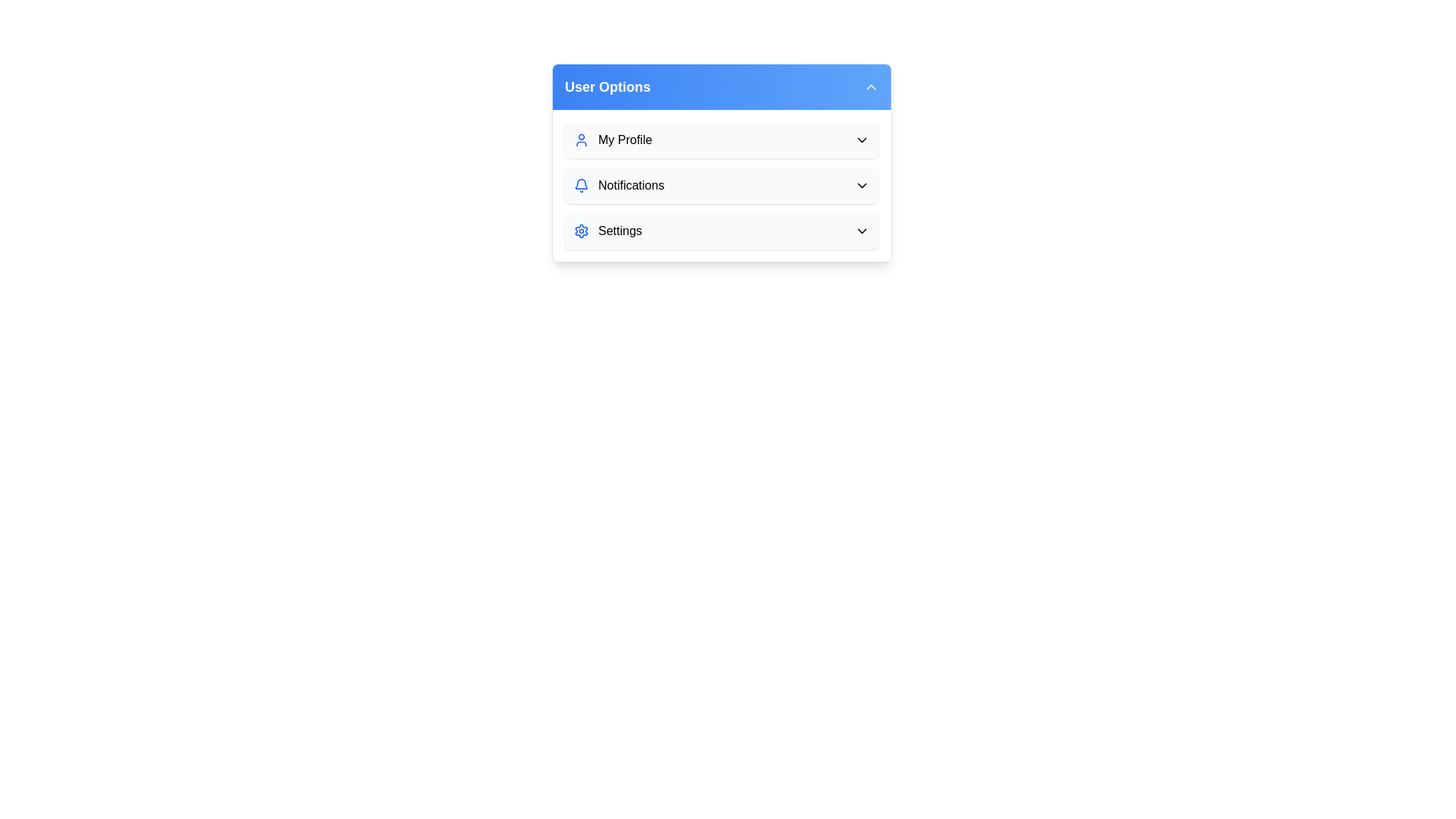  Describe the element at coordinates (613, 140) in the screenshot. I see `the 'My Profile' label with the accompanying blue silhouette icon` at that location.